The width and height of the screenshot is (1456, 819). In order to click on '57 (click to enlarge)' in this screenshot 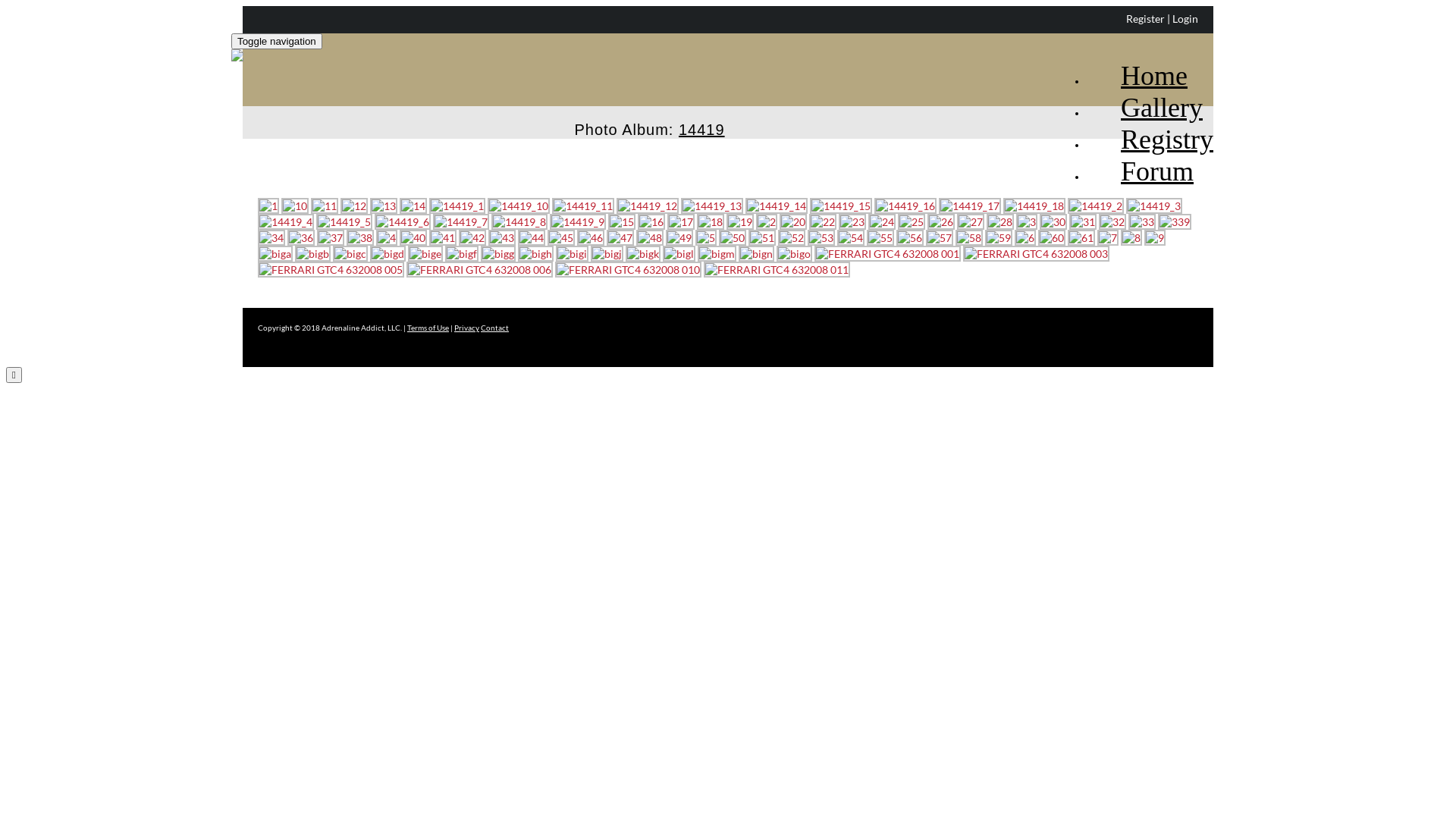, I will do `click(938, 237)`.